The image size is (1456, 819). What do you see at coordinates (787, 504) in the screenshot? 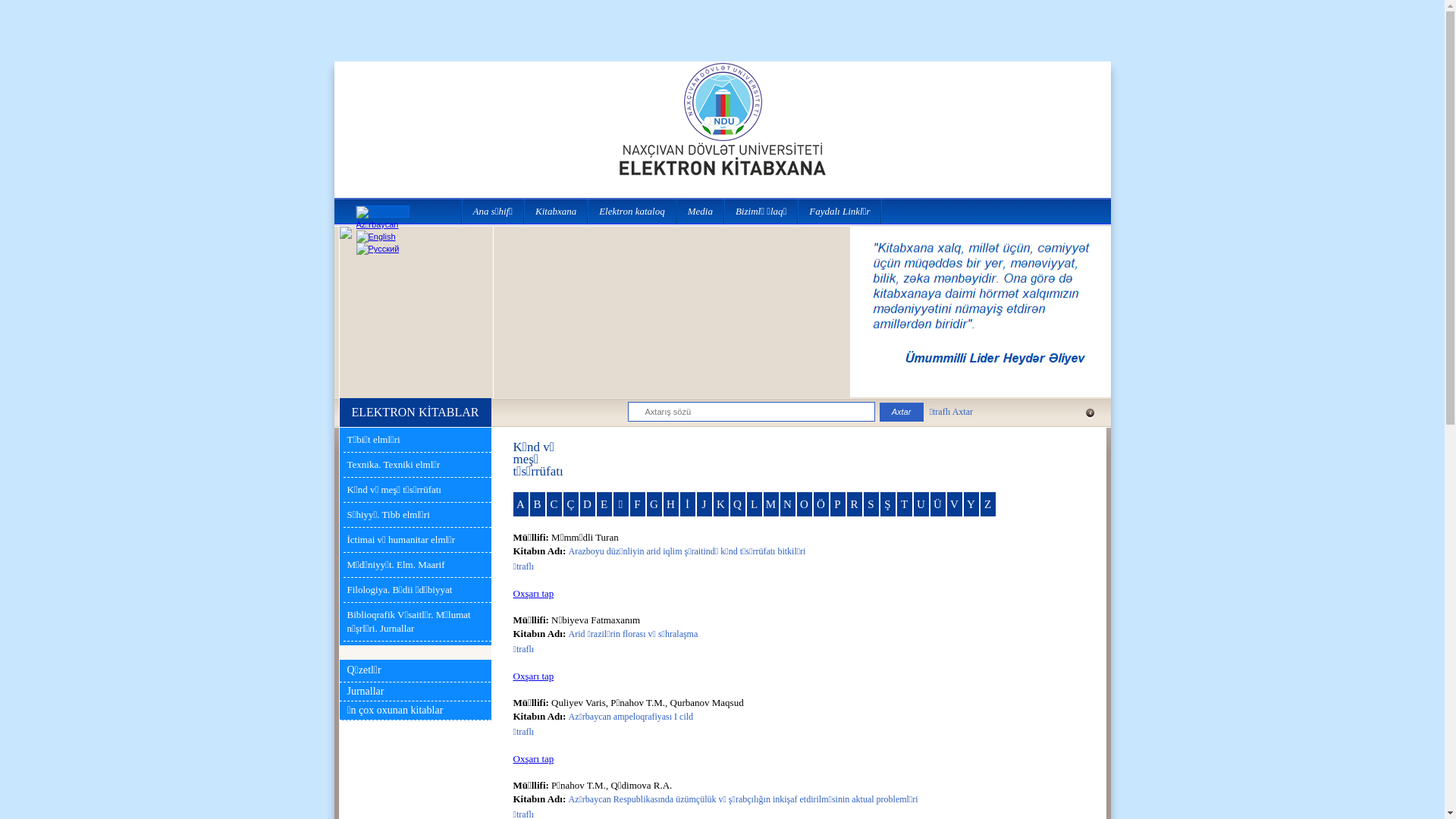
I see `'N'` at bounding box center [787, 504].